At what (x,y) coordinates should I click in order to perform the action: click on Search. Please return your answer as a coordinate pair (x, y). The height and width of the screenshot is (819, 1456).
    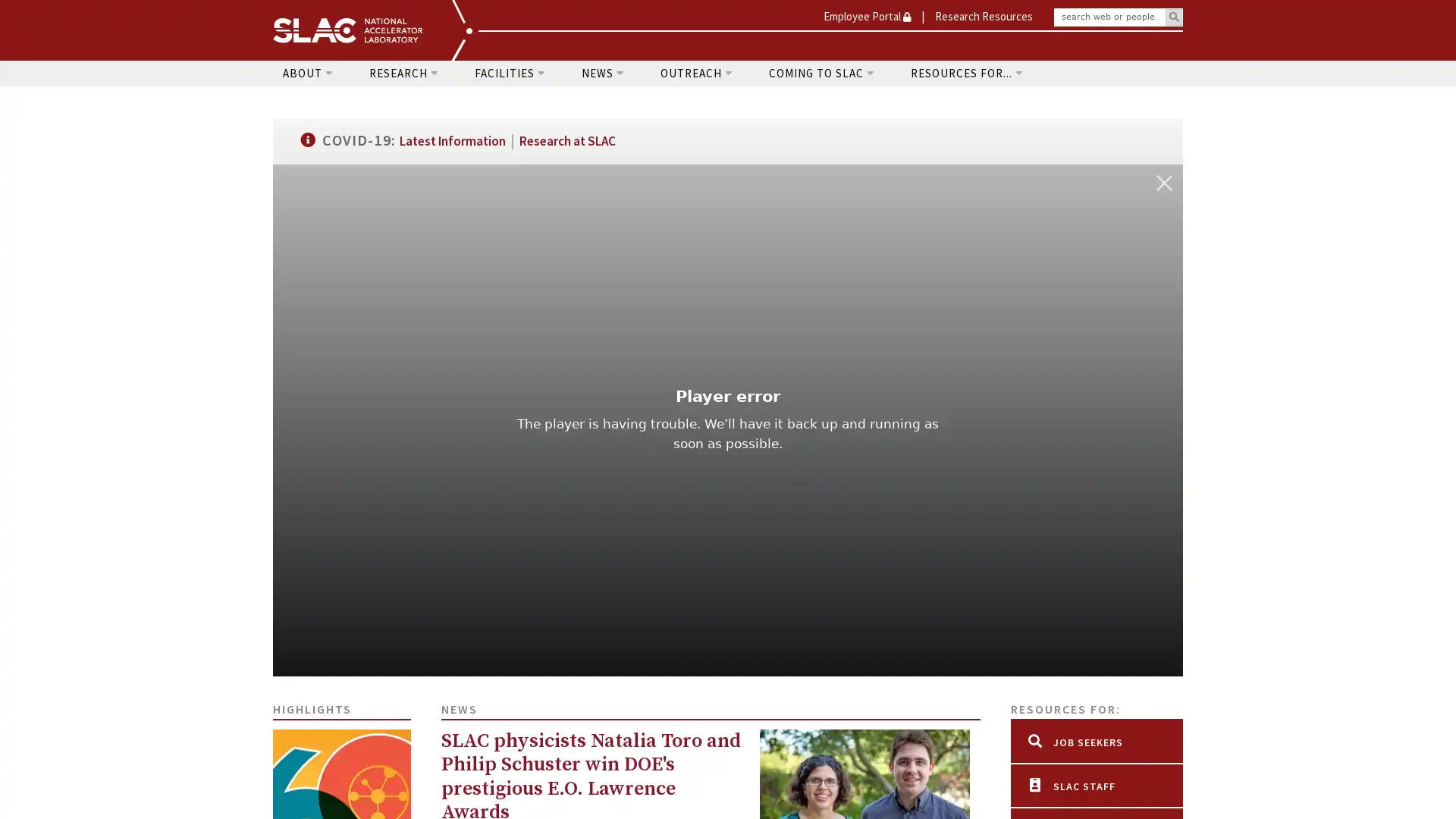
    Looking at the image, I should click on (1173, 17).